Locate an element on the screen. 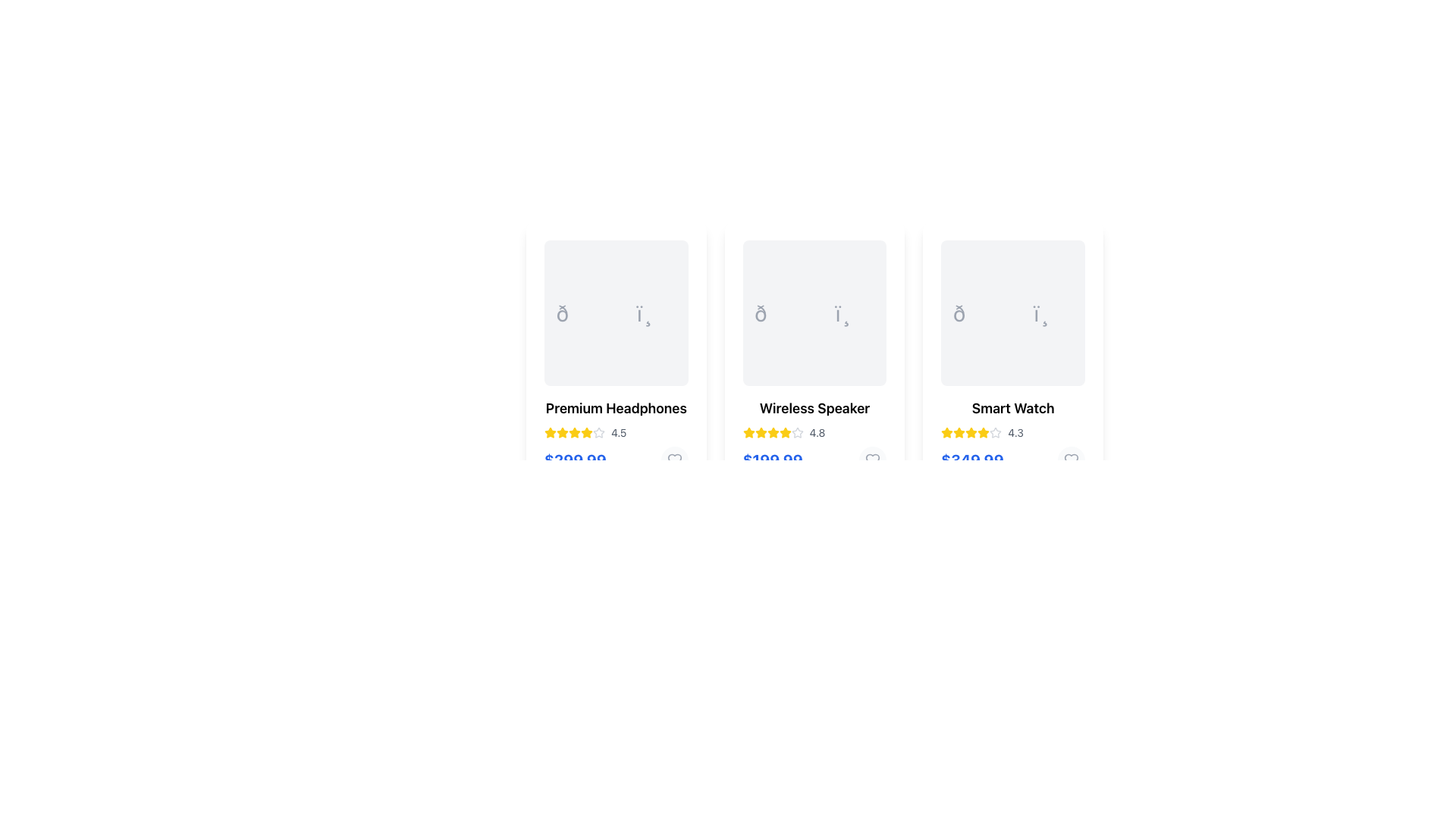  the first star icon in the rating system for 'Premium Headphones', which is positioned leftmost in the group of stars below the title is located at coordinates (549, 432).